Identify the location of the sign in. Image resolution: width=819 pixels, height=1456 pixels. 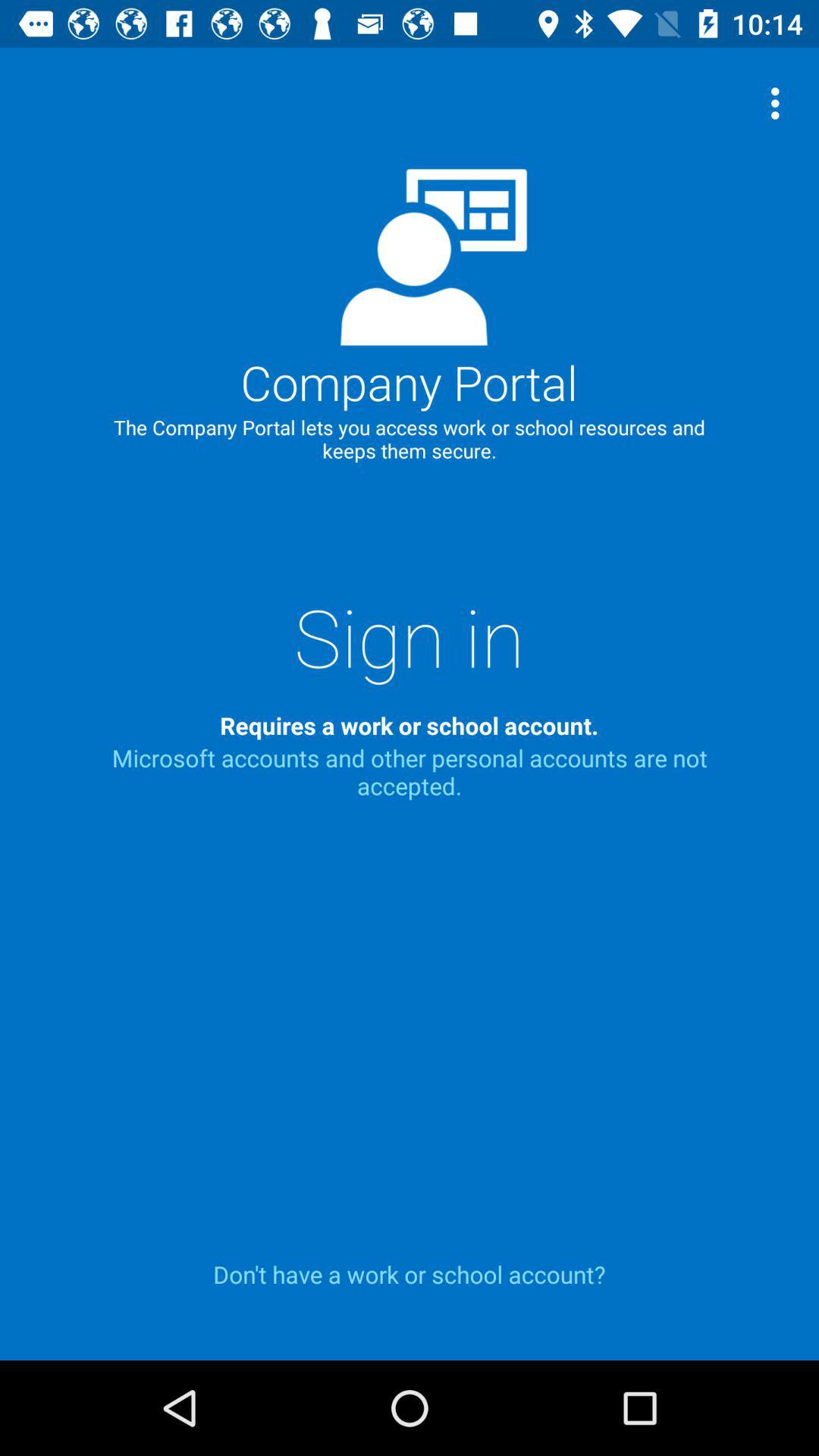
(409, 636).